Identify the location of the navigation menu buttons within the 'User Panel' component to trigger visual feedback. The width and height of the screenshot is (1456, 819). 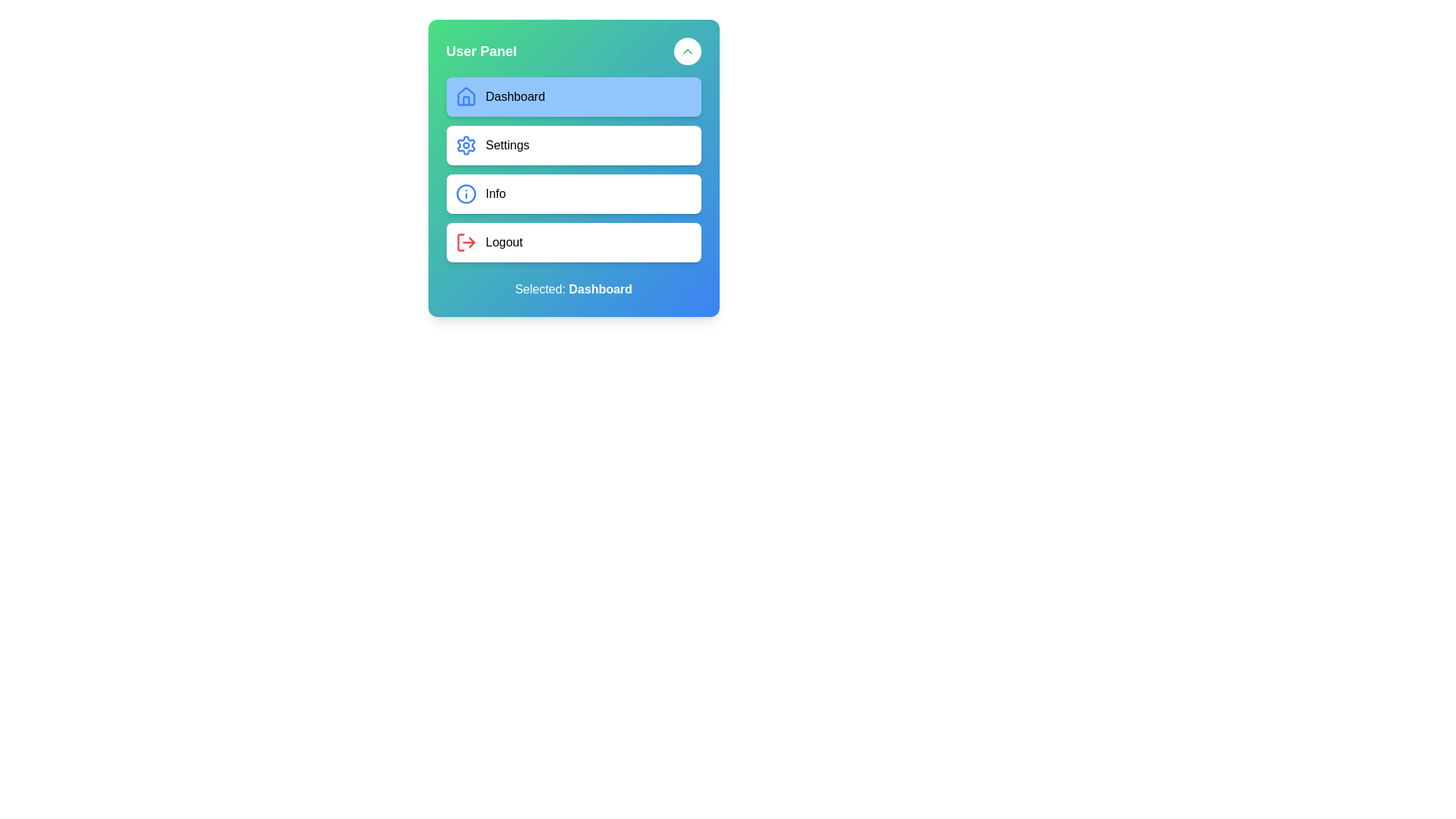
(573, 169).